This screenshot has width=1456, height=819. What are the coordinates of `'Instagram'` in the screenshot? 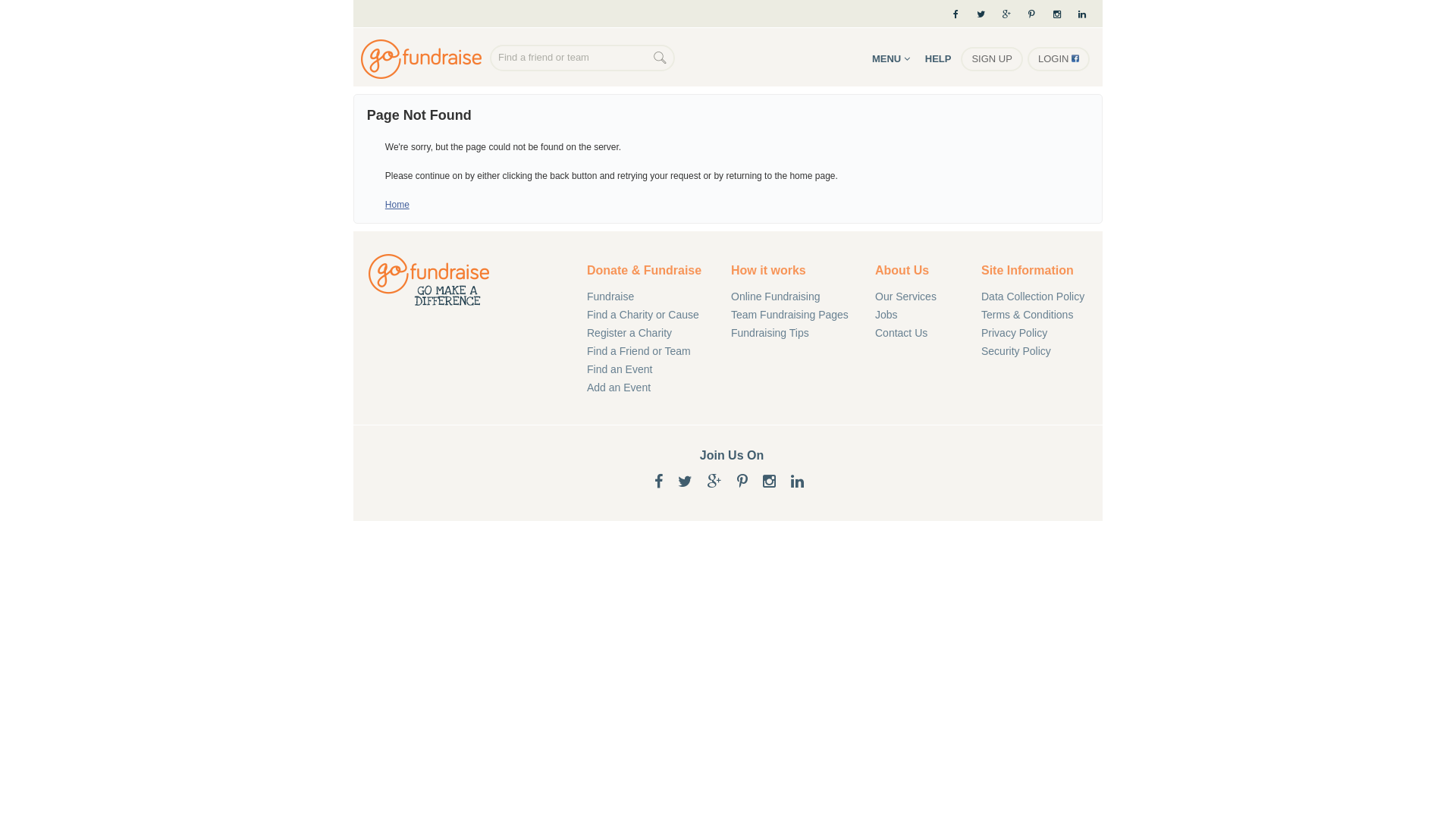 It's located at (763, 482).